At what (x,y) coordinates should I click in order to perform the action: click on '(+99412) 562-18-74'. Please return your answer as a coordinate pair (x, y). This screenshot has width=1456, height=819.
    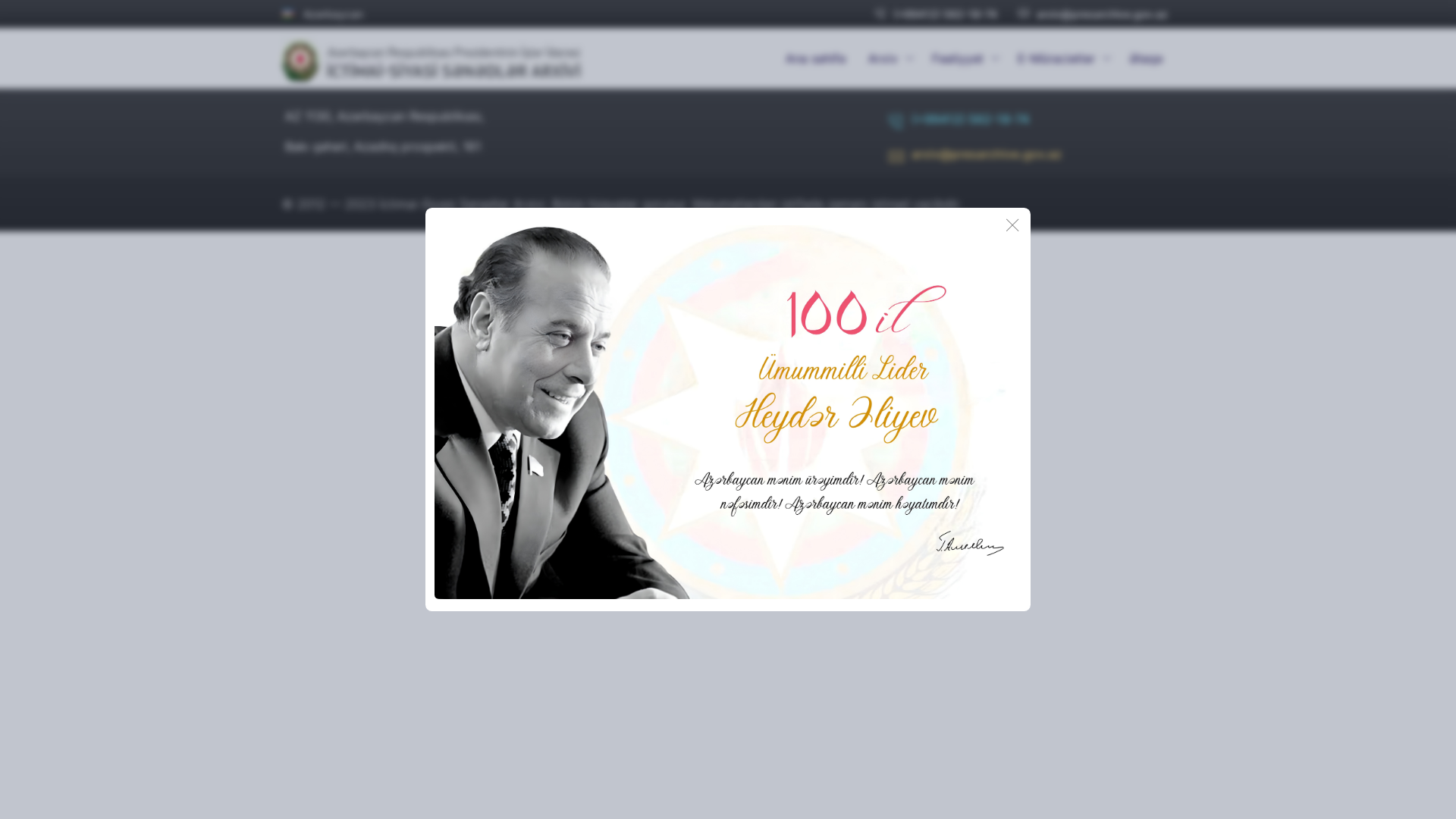
    Looking at the image, I should click on (935, 14).